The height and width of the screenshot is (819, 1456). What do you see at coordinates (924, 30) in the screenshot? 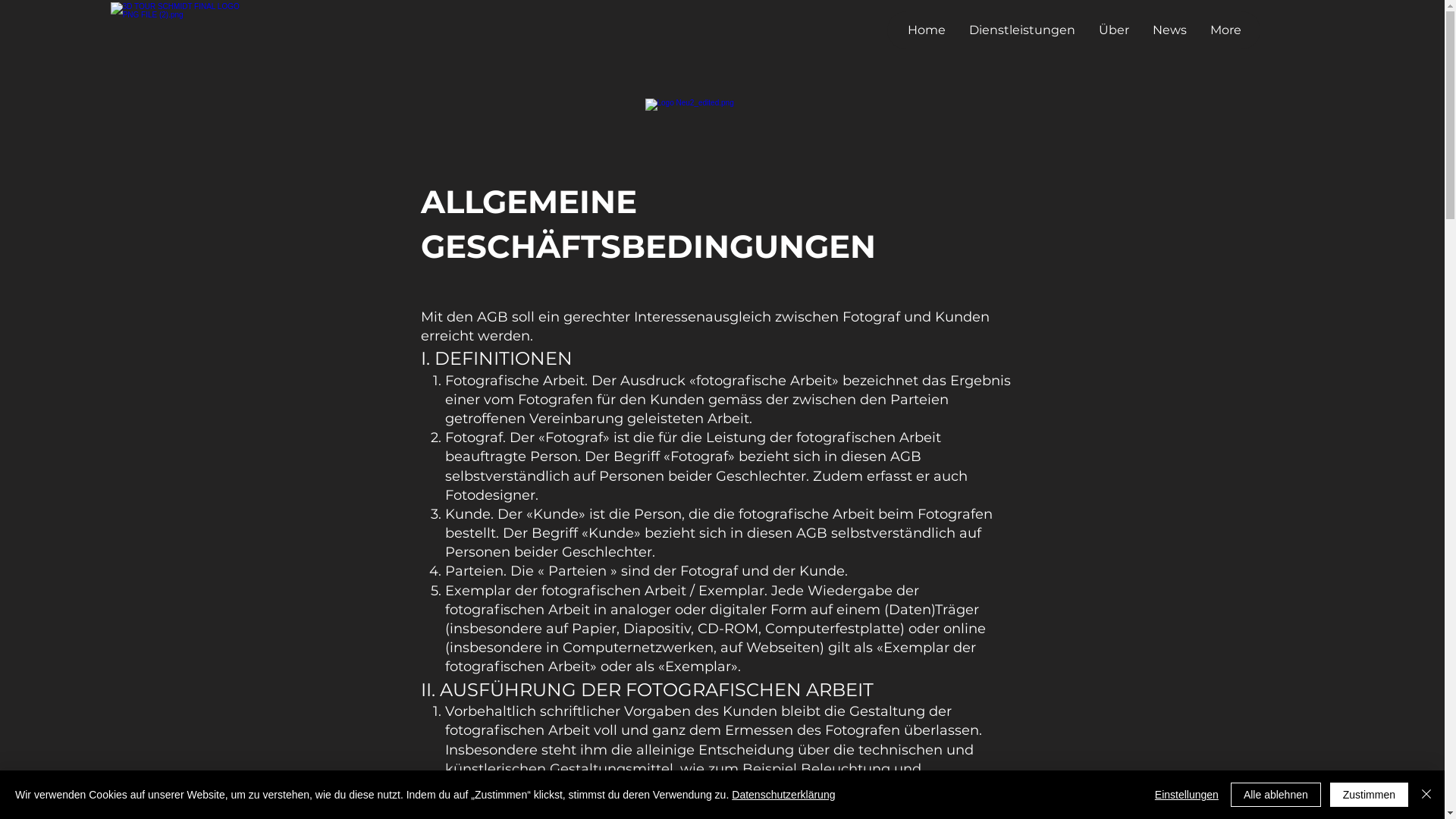
I see `'Home'` at bounding box center [924, 30].